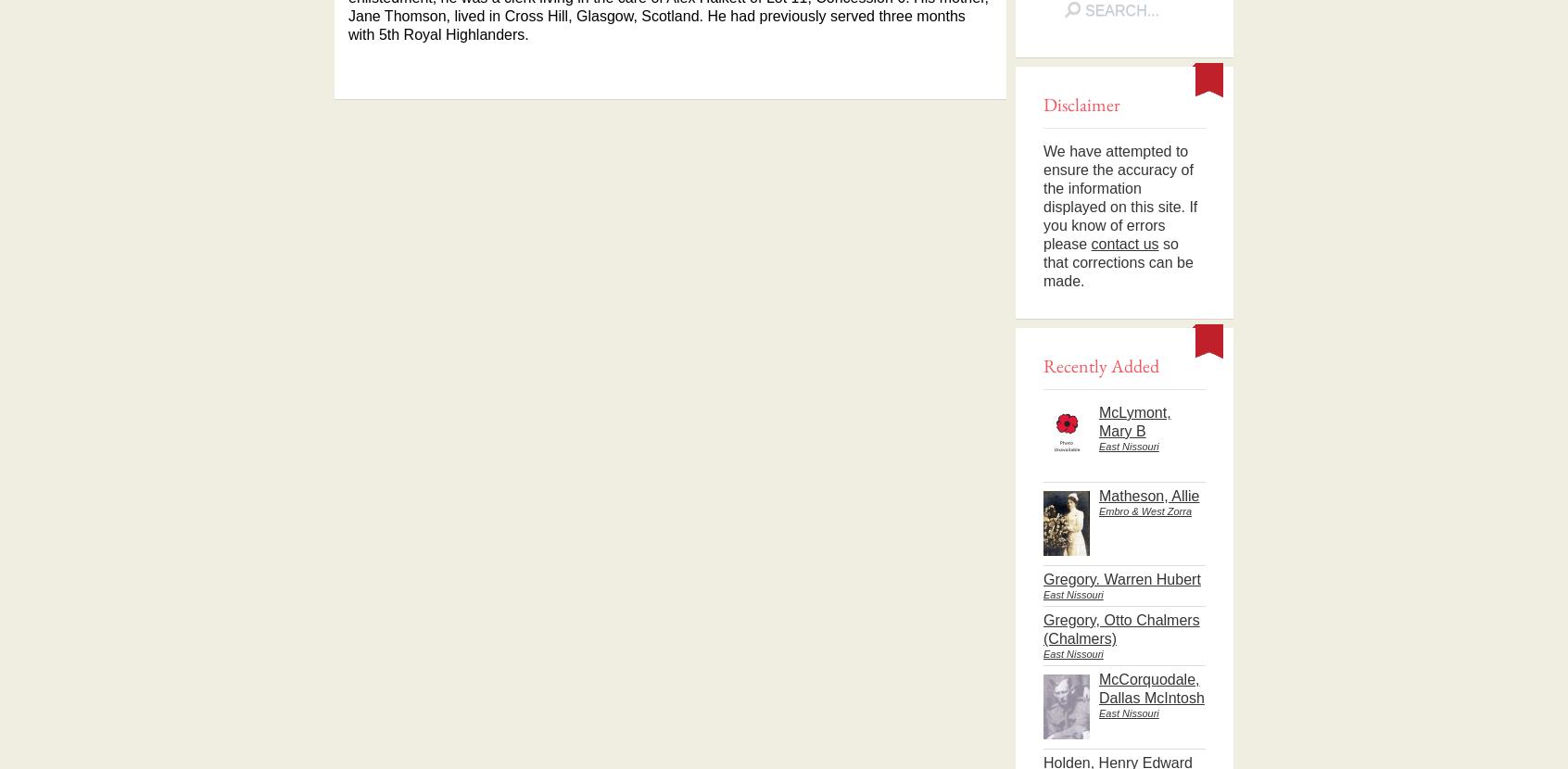 Image resolution: width=1568 pixels, height=769 pixels. Describe the element at coordinates (1149, 496) in the screenshot. I see `'Matheson, Allie'` at that location.